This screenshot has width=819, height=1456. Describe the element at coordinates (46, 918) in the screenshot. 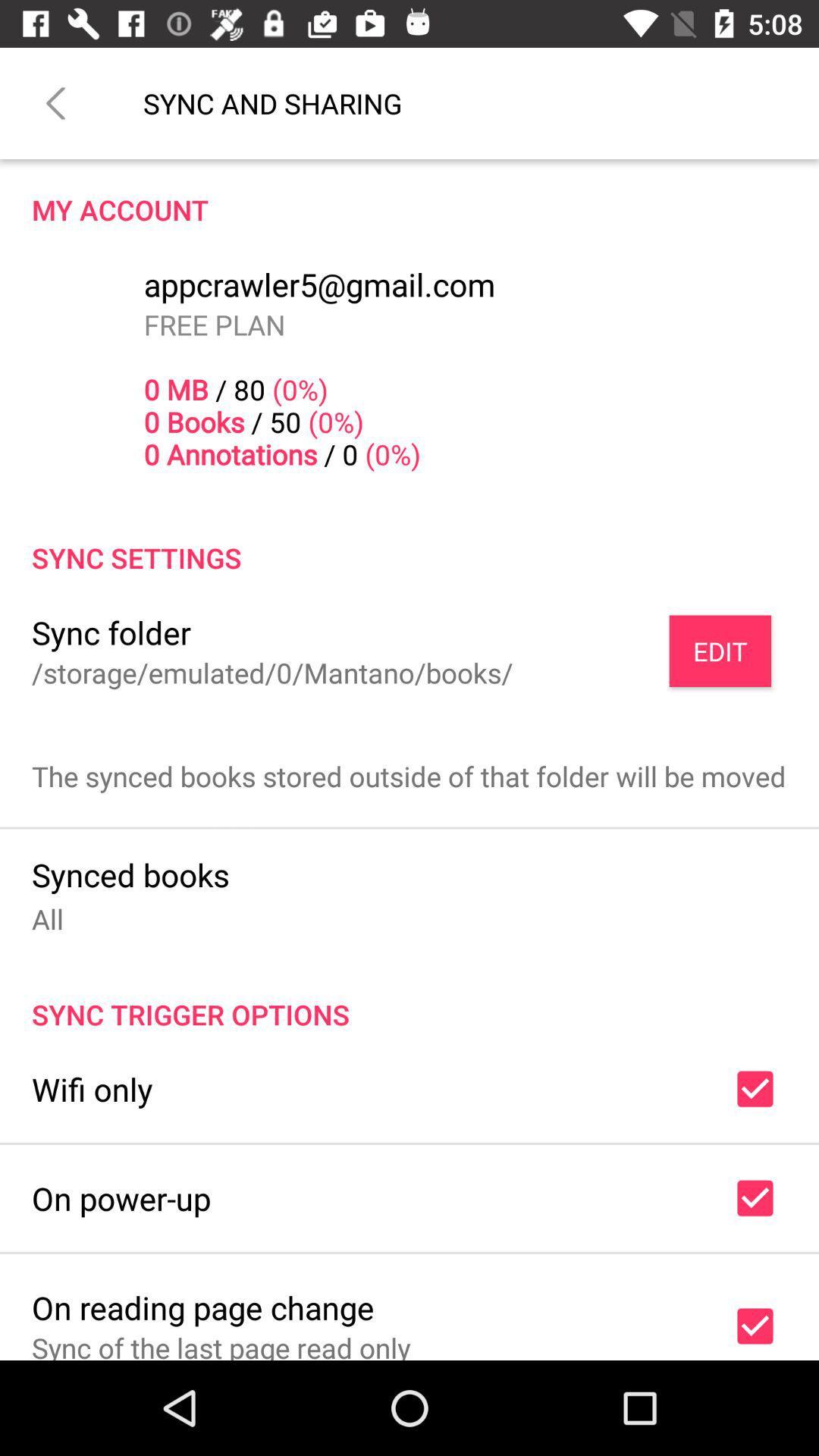

I see `item above sync trigger options icon` at that location.